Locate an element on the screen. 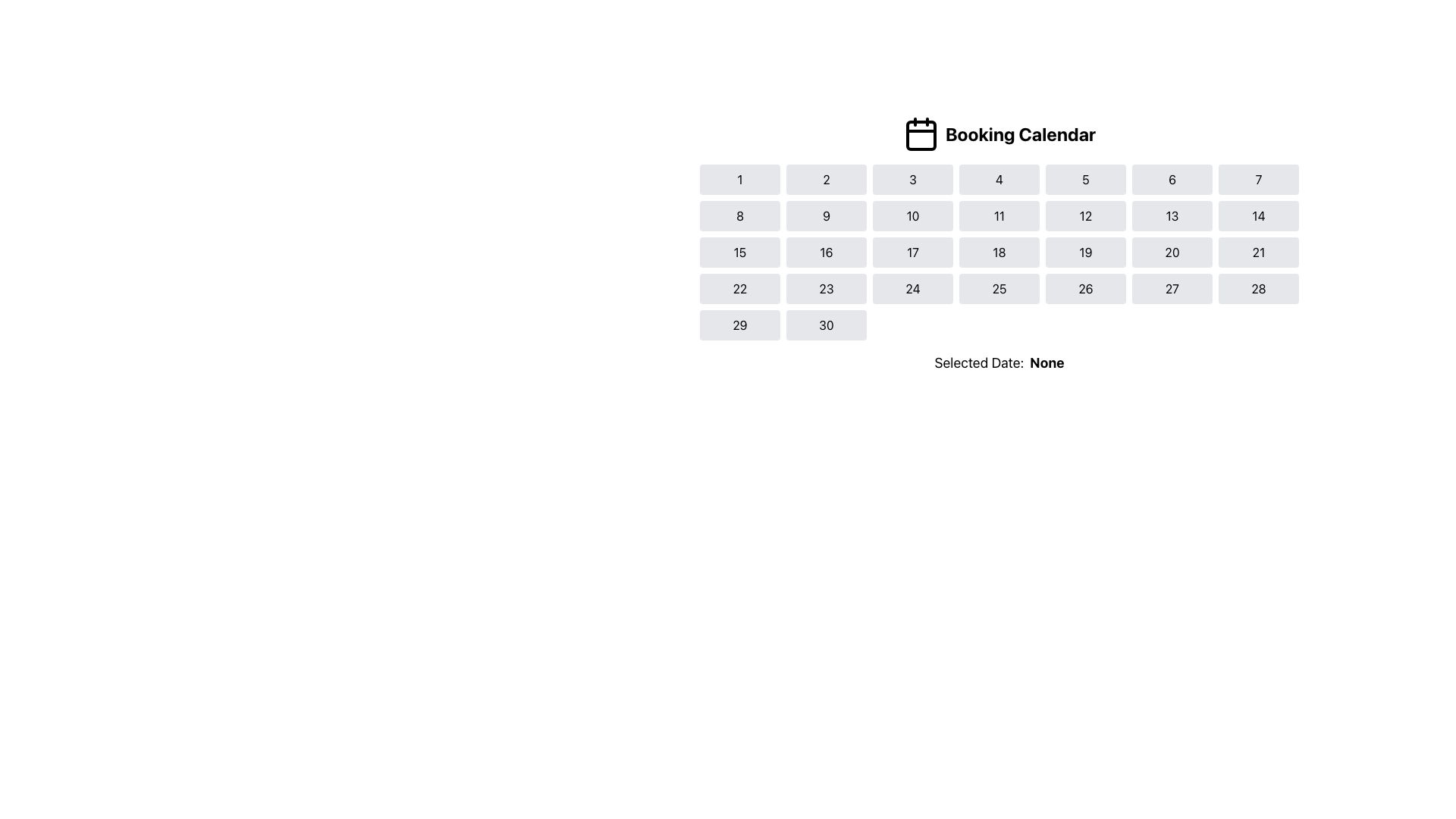 The height and width of the screenshot is (819, 1456). the rounded rectangular button displaying the number '7' is located at coordinates (1259, 178).